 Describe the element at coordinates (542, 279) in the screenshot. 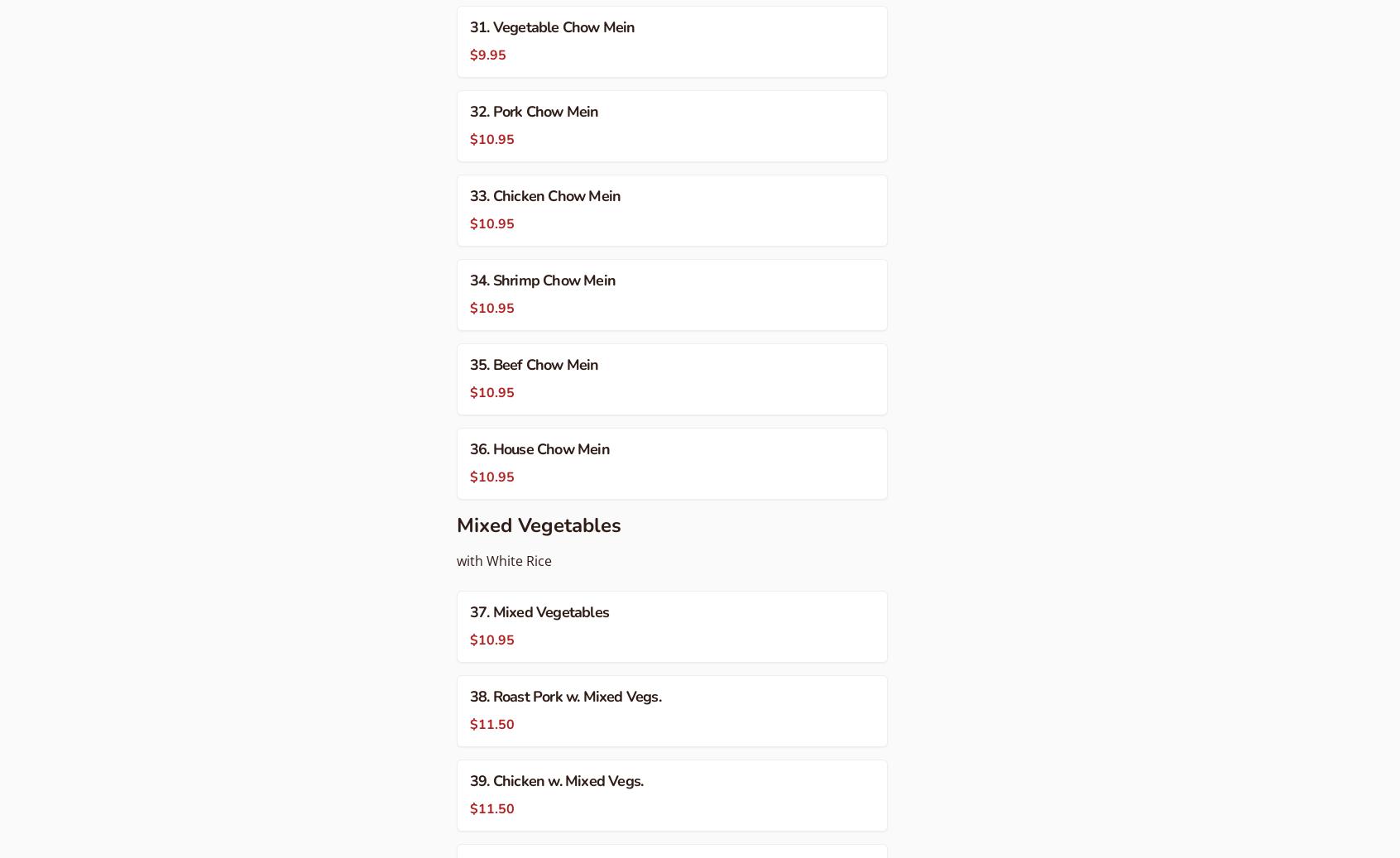

I see `'34. Shrimp Chow Mein'` at that location.